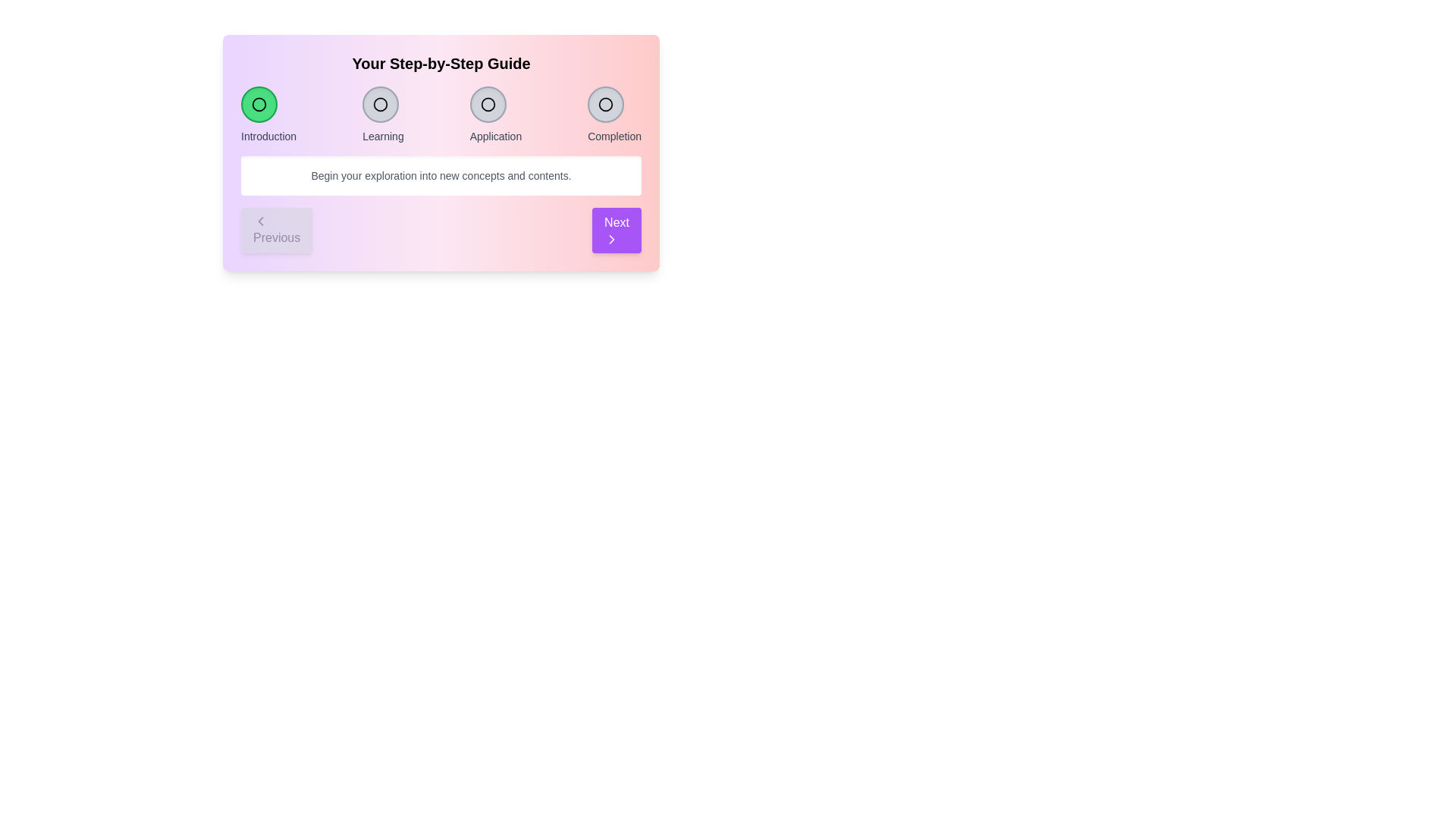  I want to click on the circular button with a light gray background and black outline, which is the third button in a sequence of four in the 'Application' progress tracker, so click(488, 104).